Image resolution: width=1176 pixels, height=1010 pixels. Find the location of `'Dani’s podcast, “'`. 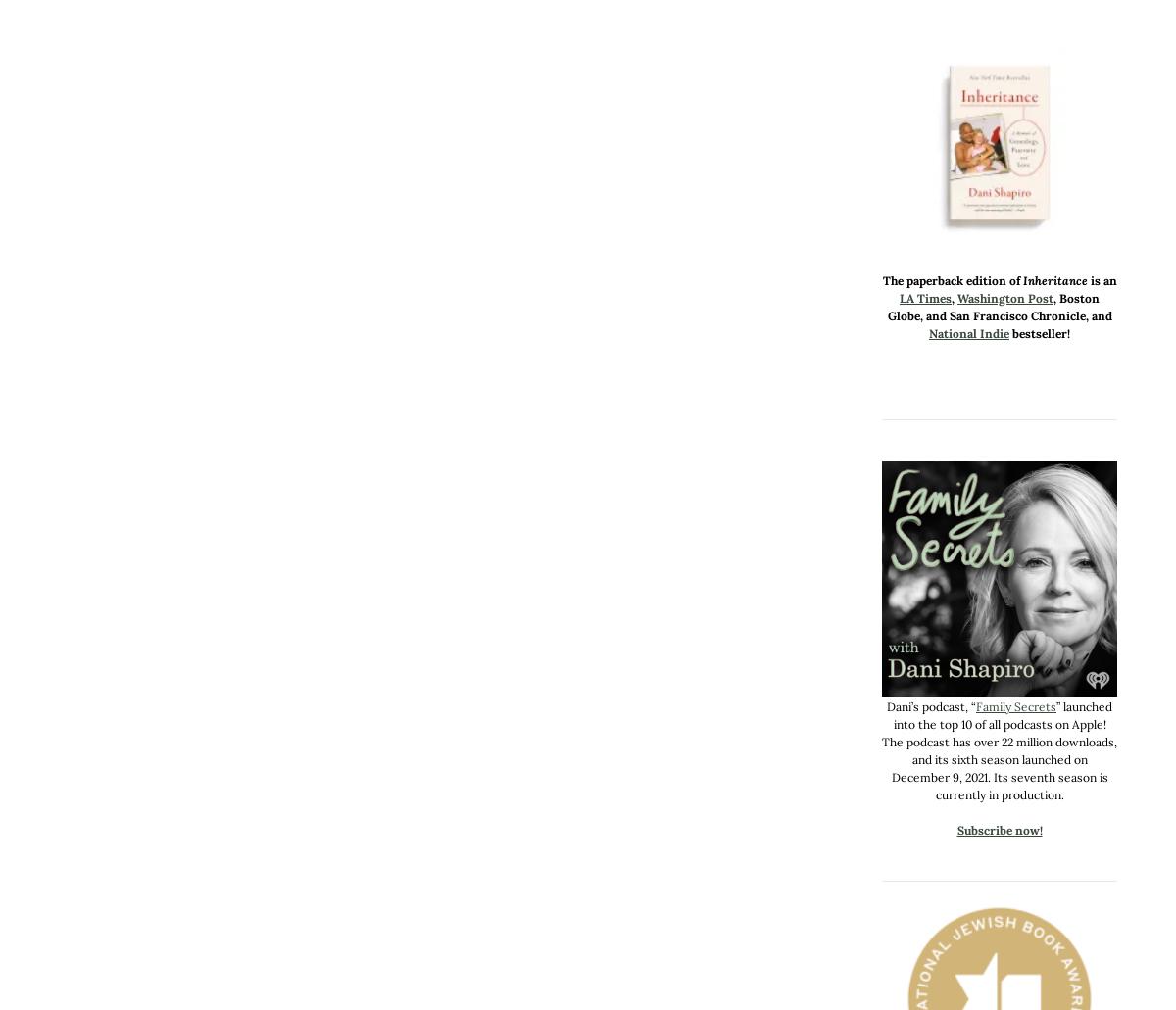

'Dani’s podcast, “' is located at coordinates (931, 706).